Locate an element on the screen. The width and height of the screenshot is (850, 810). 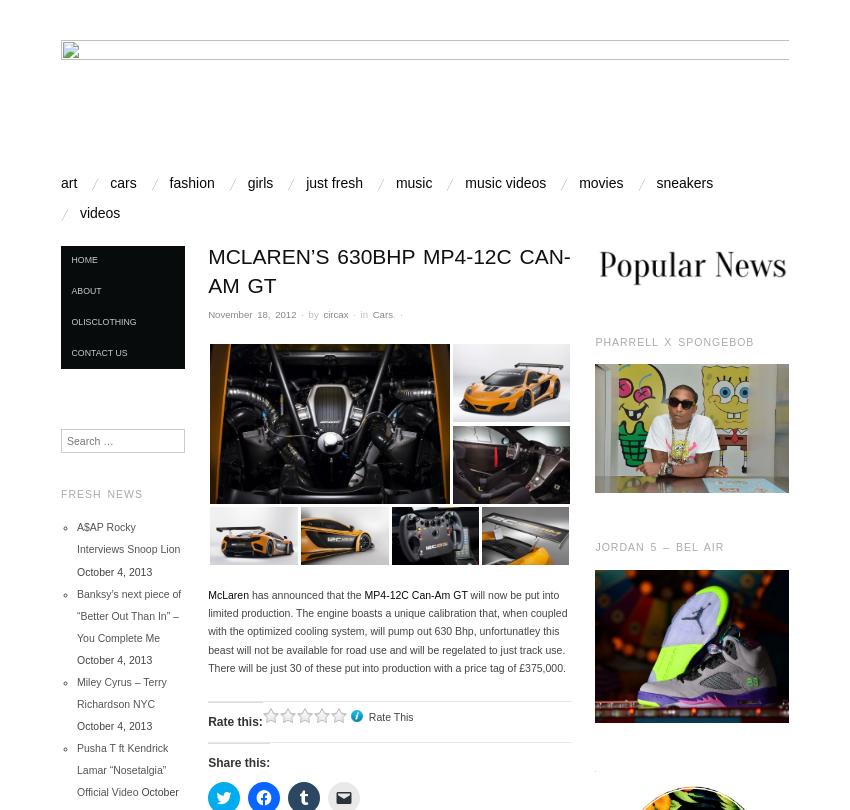
'Contact Us' is located at coordinates (98, 351).